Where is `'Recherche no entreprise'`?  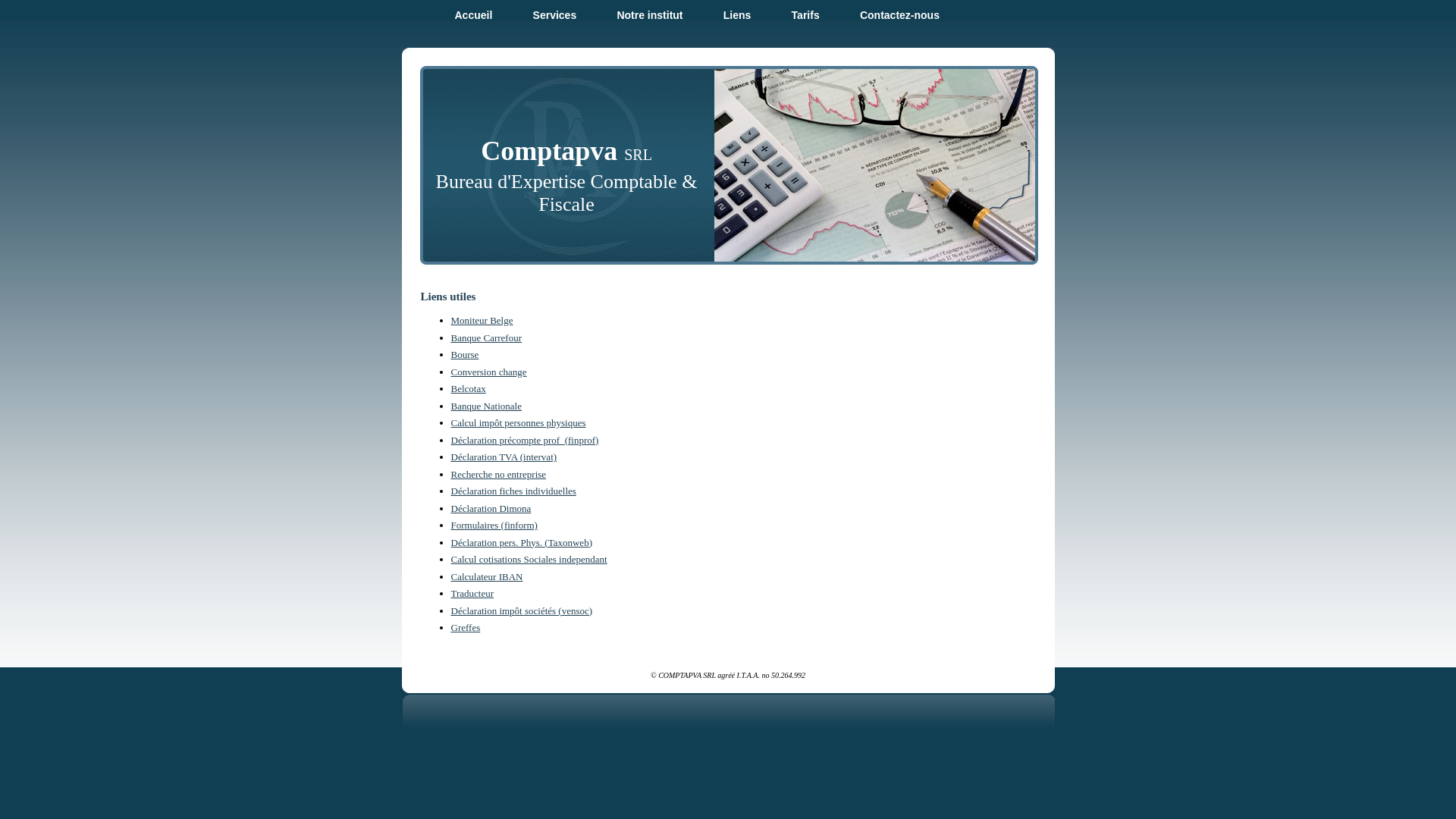 'Recherche no entreprise' is located at coordinates (498, 473).